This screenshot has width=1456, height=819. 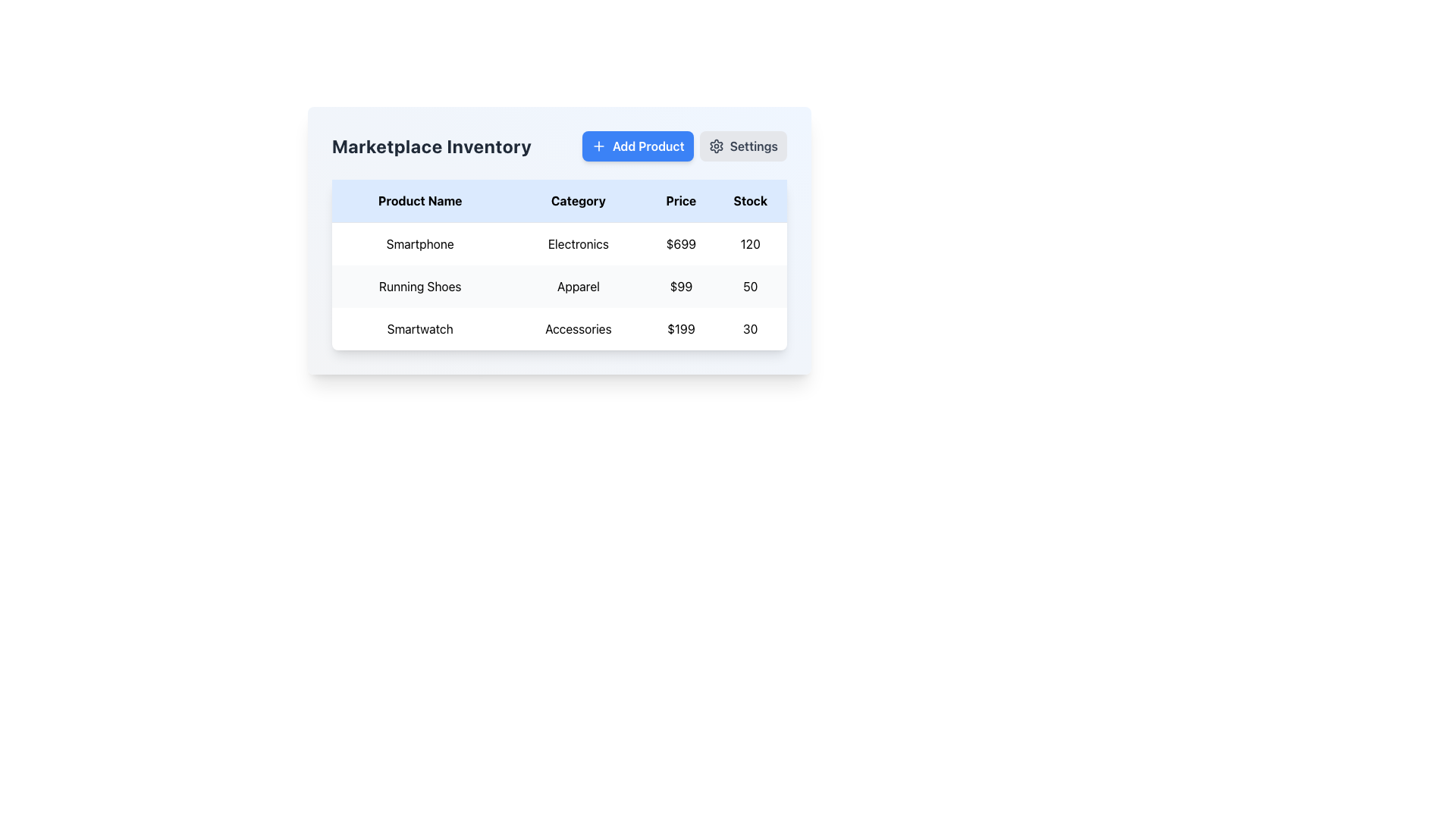 I want to click on the first row in the data table containing the values 'Smartphone', 'Electronics', '$699', and '120', so click(x=559, y=242).